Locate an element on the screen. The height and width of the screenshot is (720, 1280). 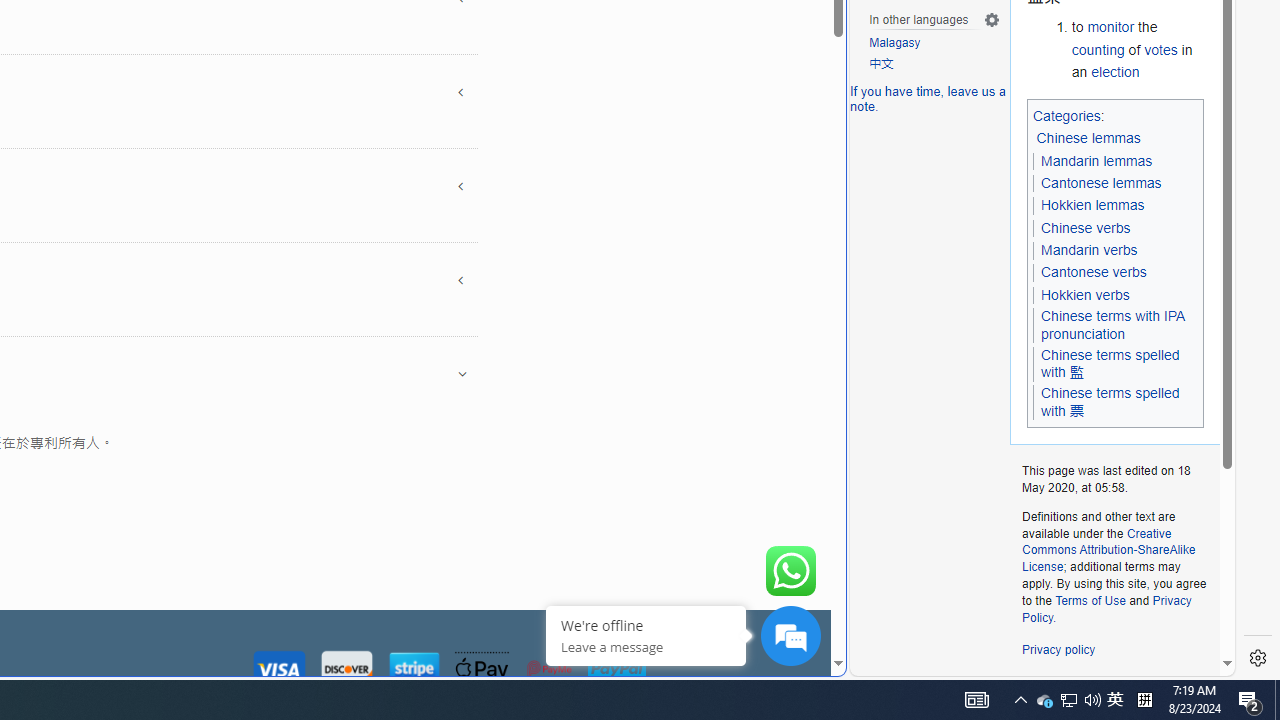
'votes' is located at coordinates (1160, 48).